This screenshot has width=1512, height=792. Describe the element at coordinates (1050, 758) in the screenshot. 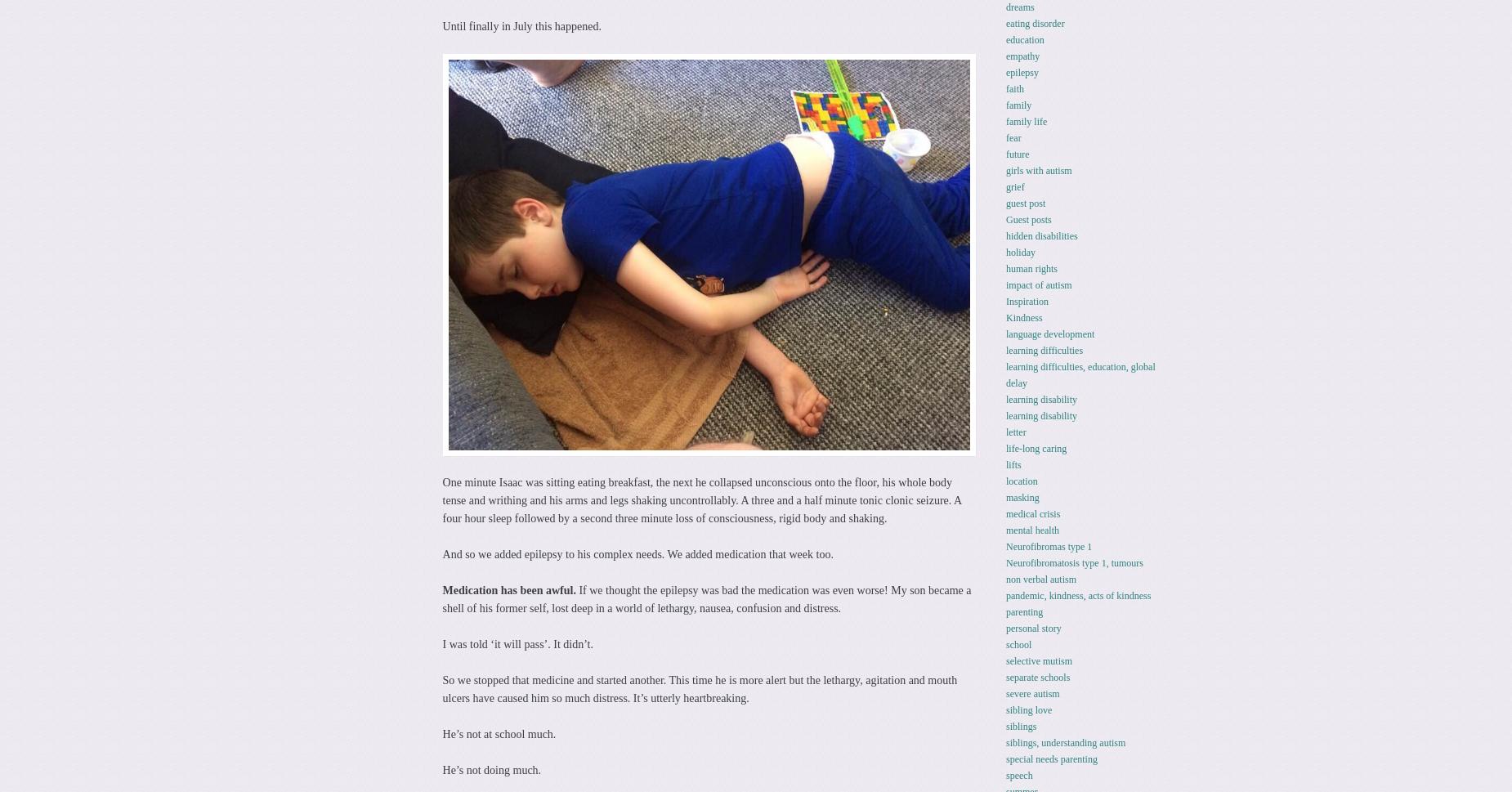

I see `'special needs parenting'` at that location.